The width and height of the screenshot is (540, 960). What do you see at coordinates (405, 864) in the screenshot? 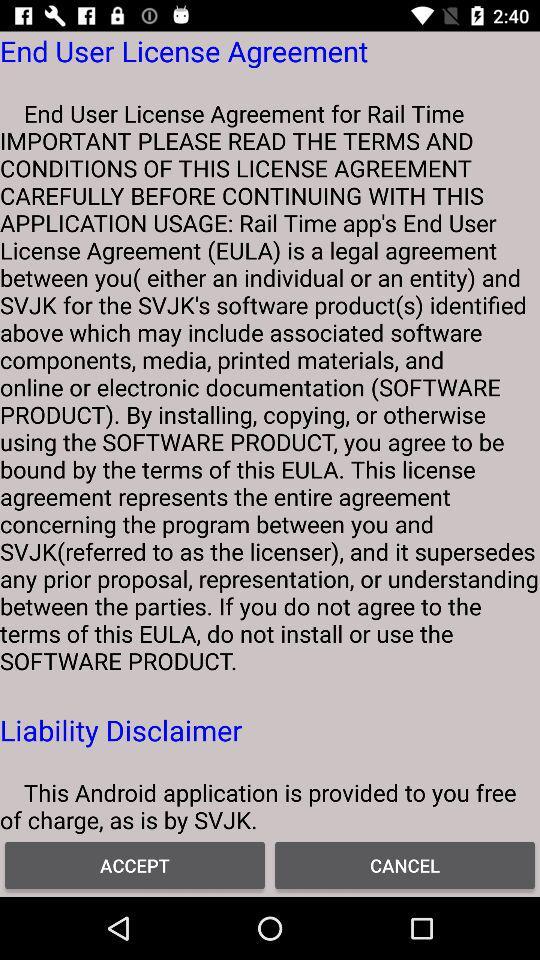
I see `cancel` at bounding box center [405, 864].